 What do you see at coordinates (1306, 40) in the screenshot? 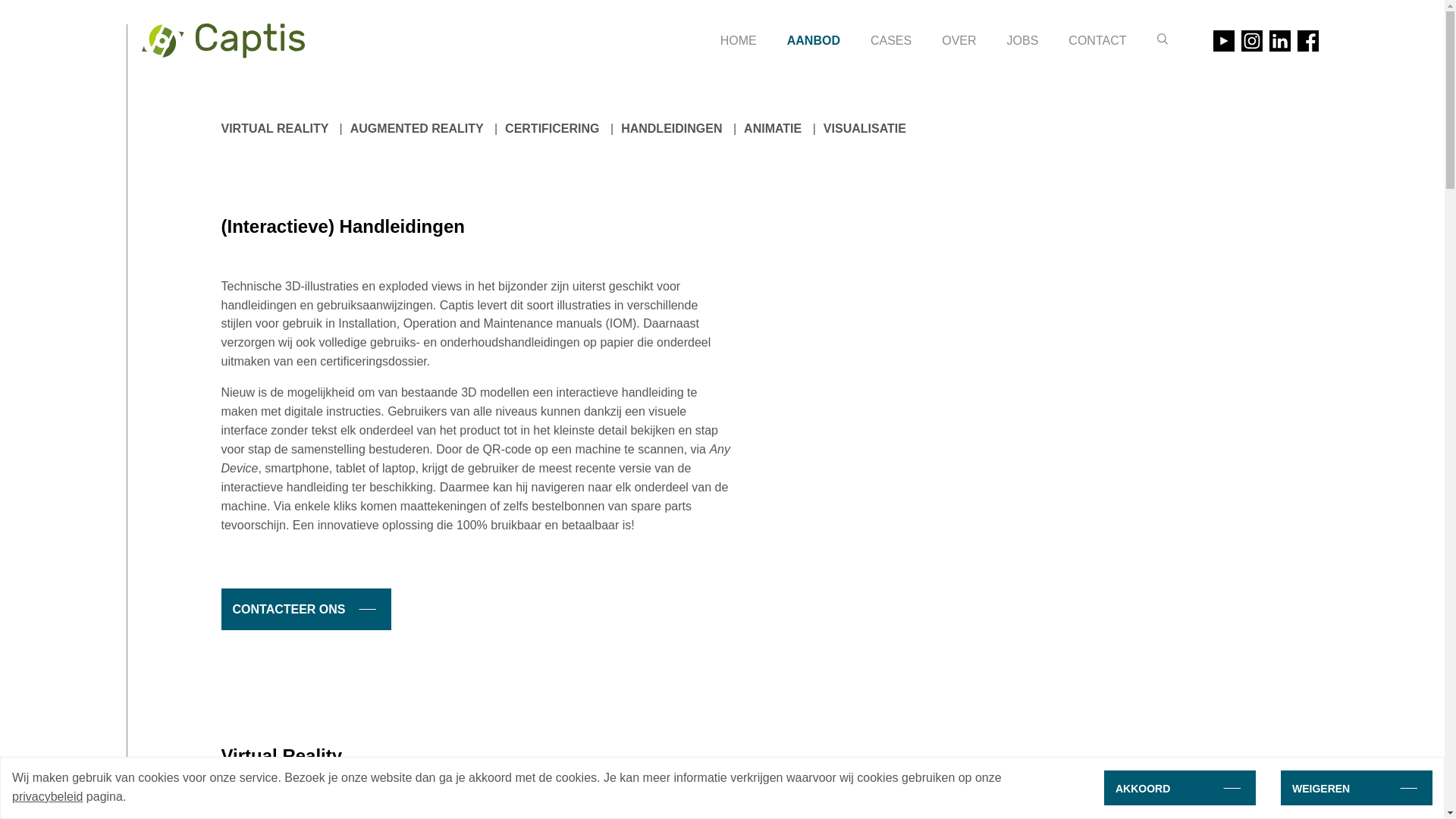
I see `'Bezoek onze Facebook pagina'` at bounding box center [1306, 40].